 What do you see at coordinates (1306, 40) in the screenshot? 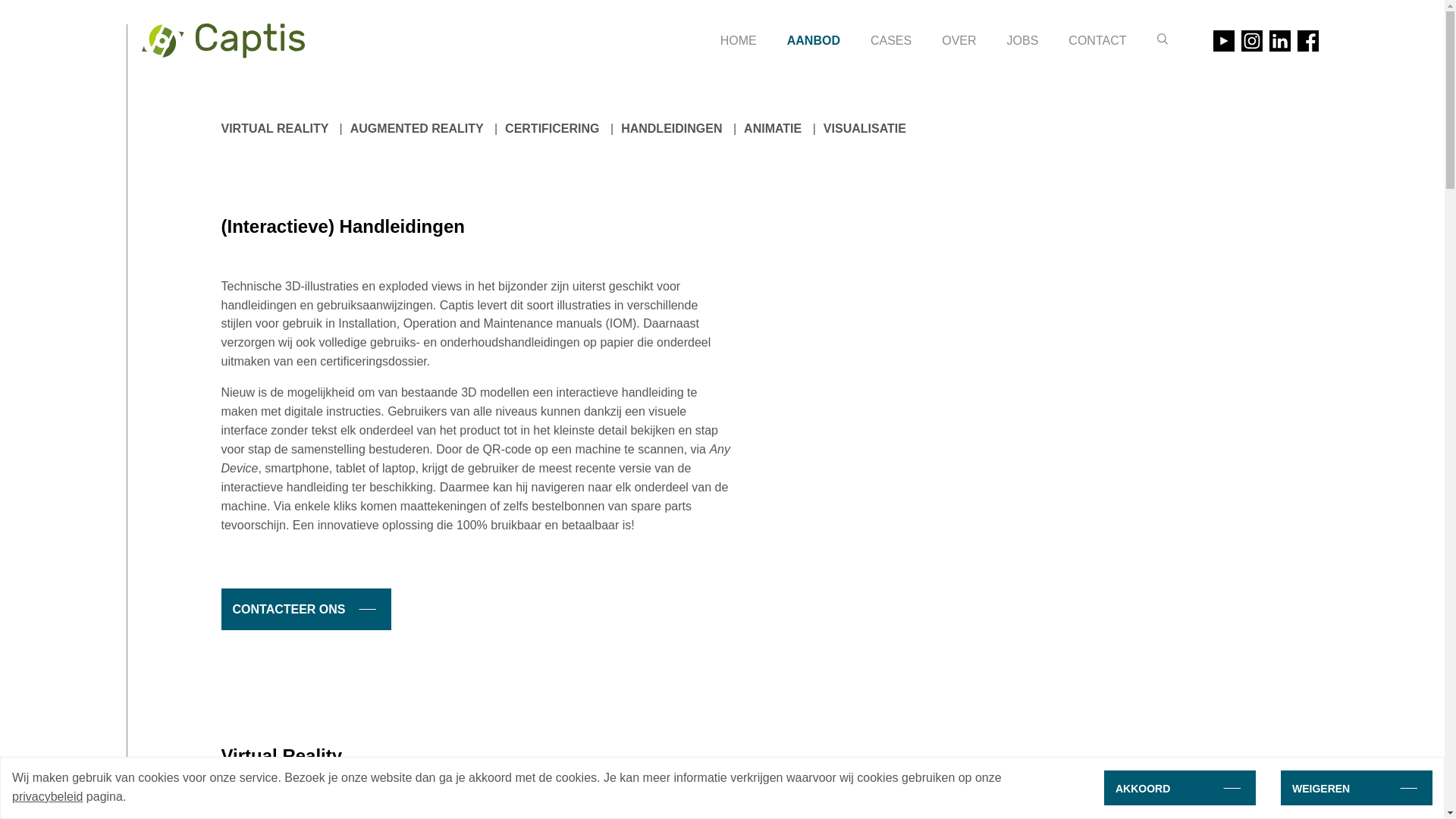
I see `'Bezoek onze Facebook pagina'` at bounding box center [1306, 40].